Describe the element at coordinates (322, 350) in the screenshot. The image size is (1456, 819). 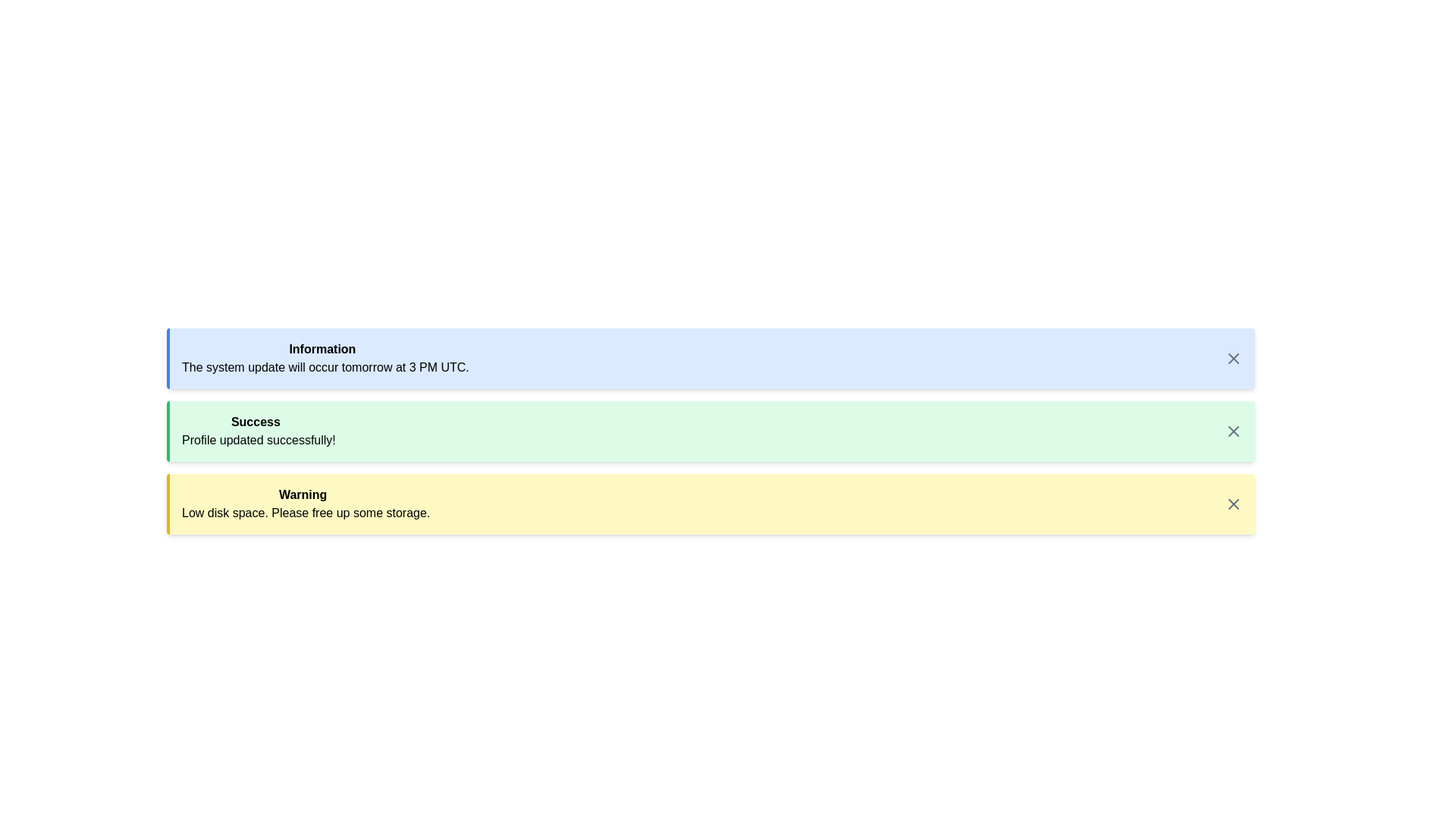
I see `the 'Information' text label, which is styled with bold and underlined font and positioned at the top of a notification box with a light blue background` at that location.